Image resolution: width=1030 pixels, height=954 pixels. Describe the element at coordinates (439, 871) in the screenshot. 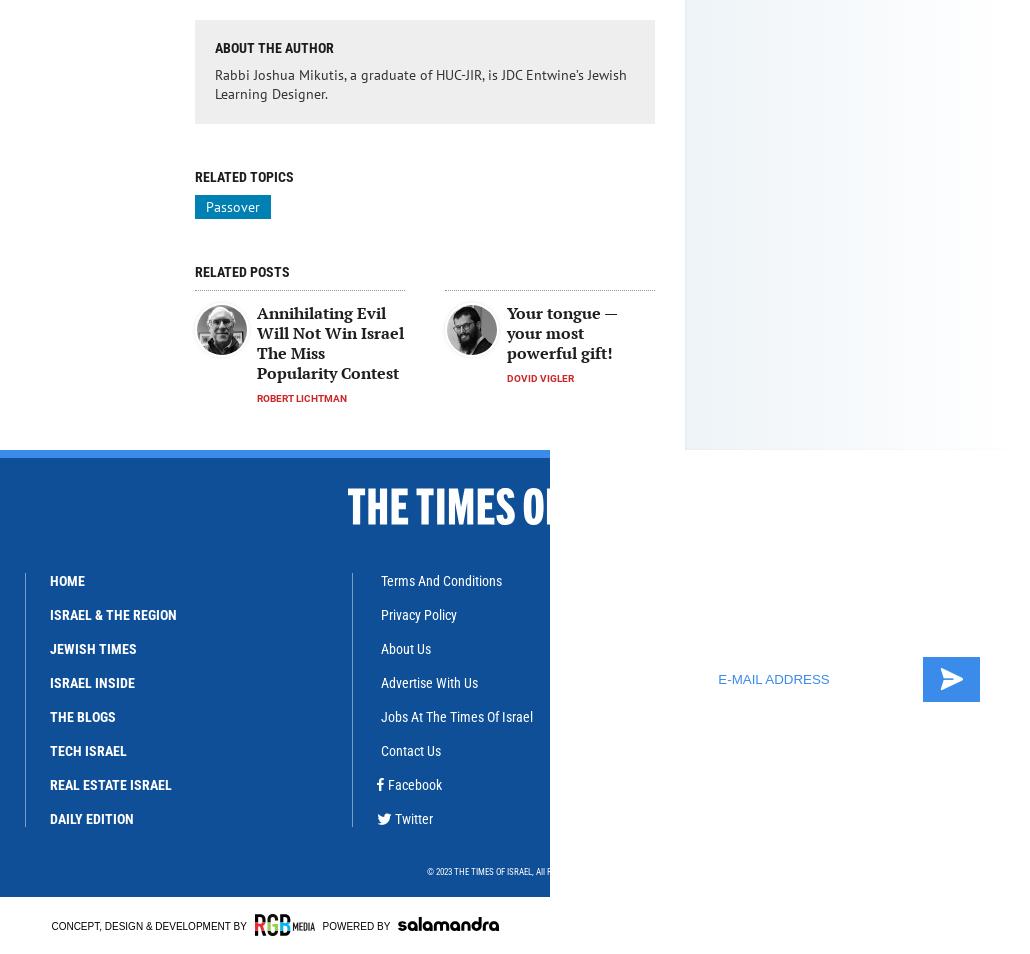

I see `'© 2023'` at that location.